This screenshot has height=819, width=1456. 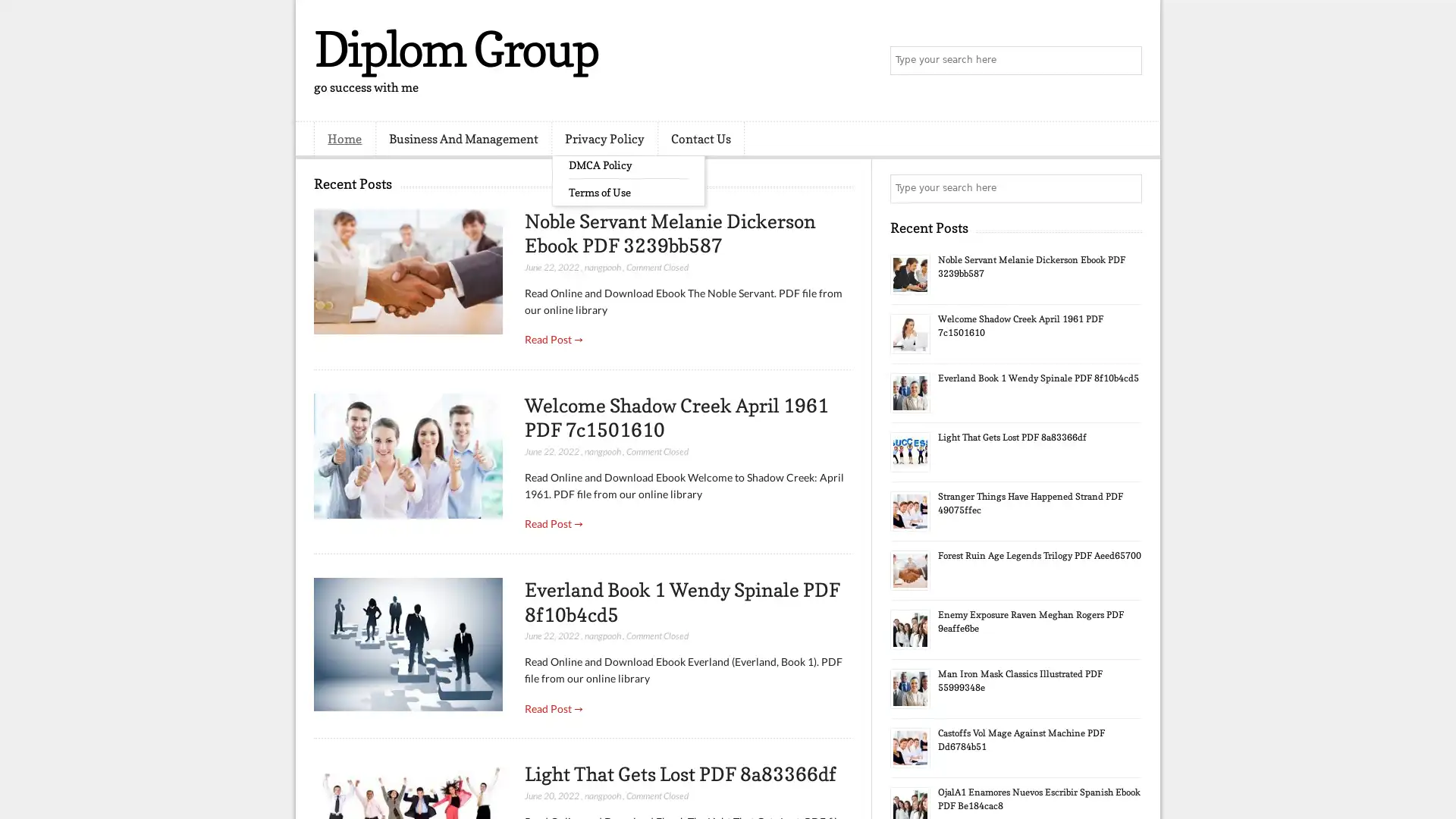 I want to click on Search, so click(x=1126, y=61).